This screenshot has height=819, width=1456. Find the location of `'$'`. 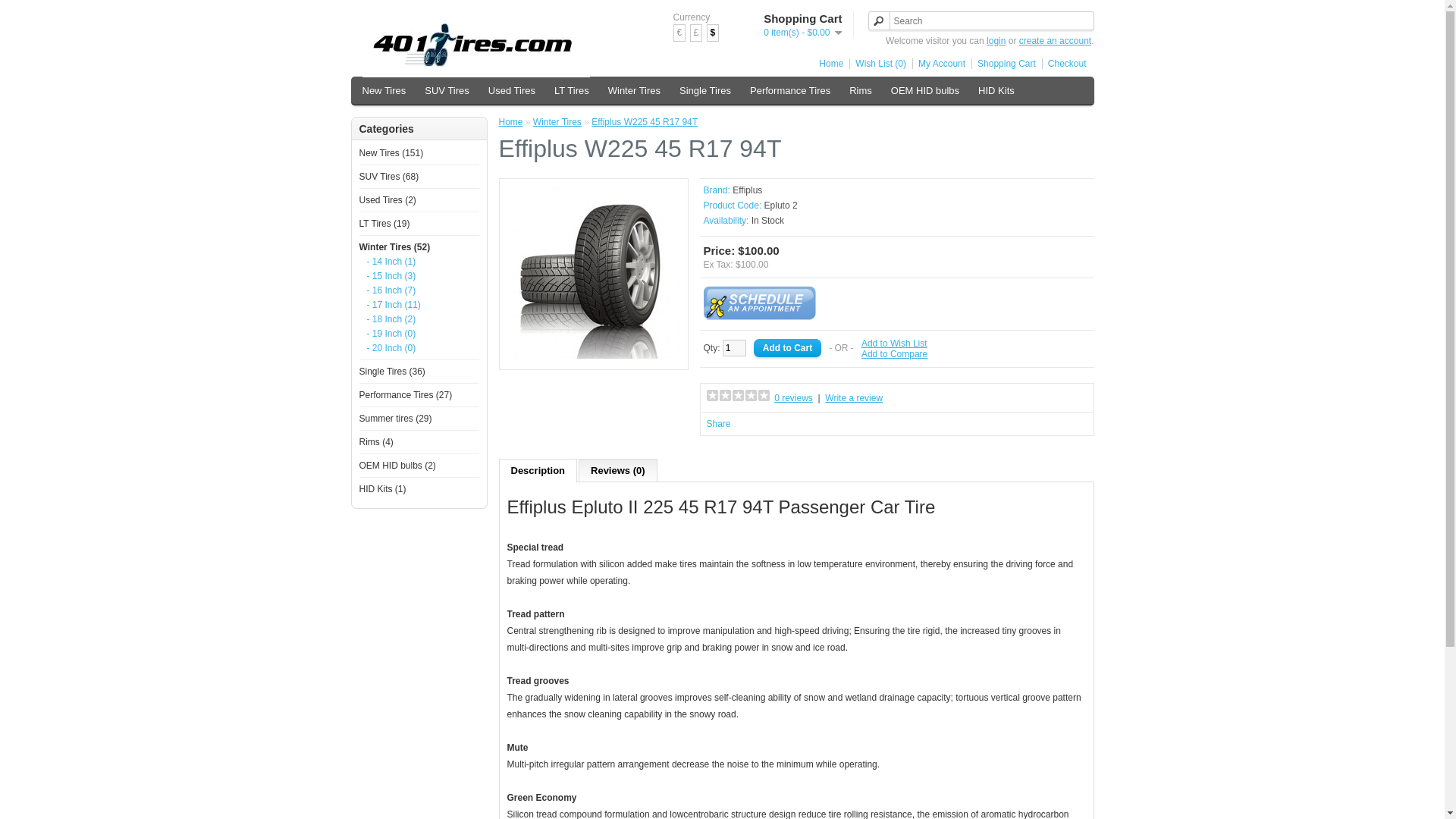

'$' is located at coordinates (712, 33).